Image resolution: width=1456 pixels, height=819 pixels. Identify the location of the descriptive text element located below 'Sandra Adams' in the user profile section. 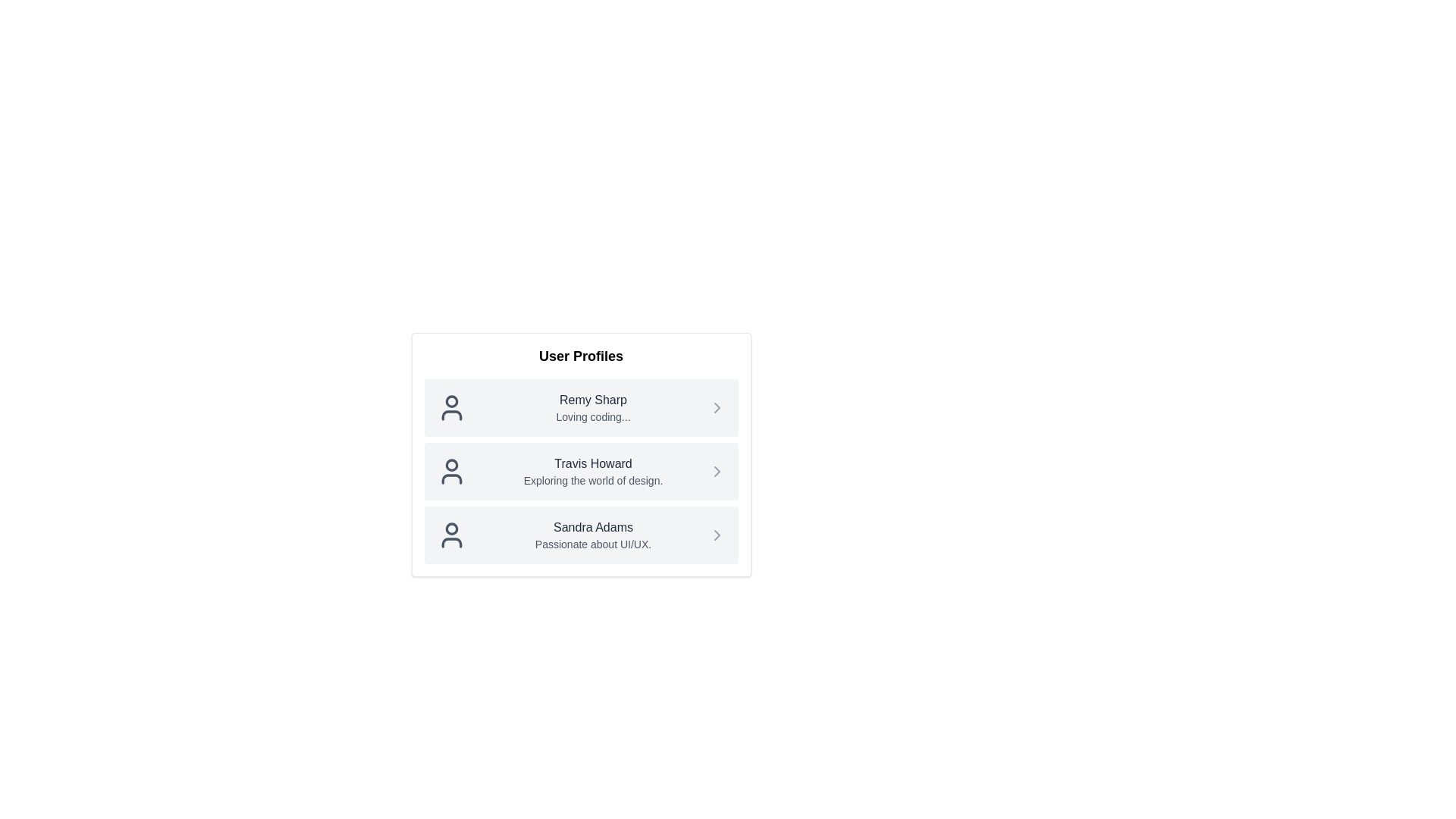
(592, 543).